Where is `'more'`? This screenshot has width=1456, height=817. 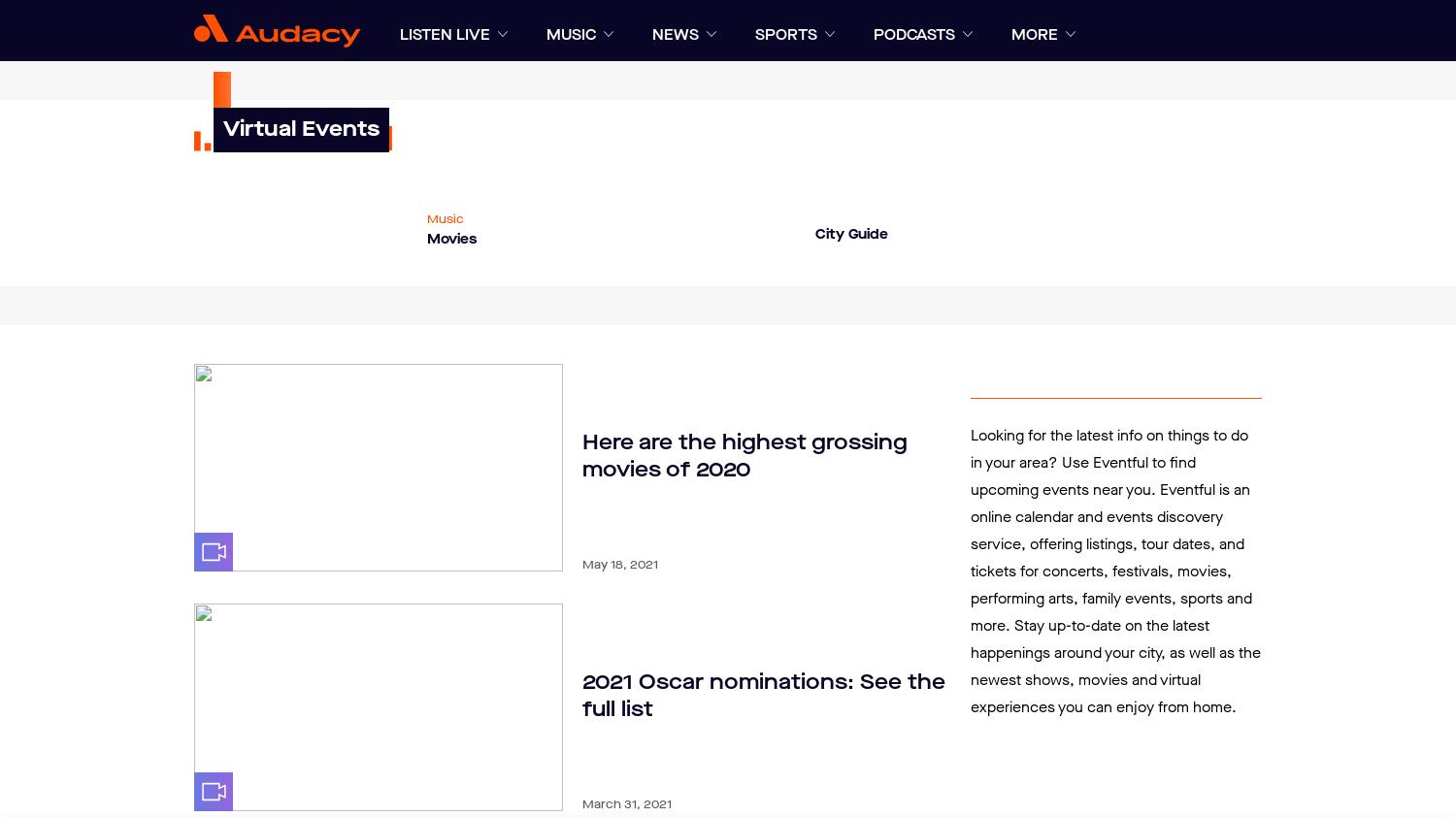
'more' is located at coordinates (1034, 34).